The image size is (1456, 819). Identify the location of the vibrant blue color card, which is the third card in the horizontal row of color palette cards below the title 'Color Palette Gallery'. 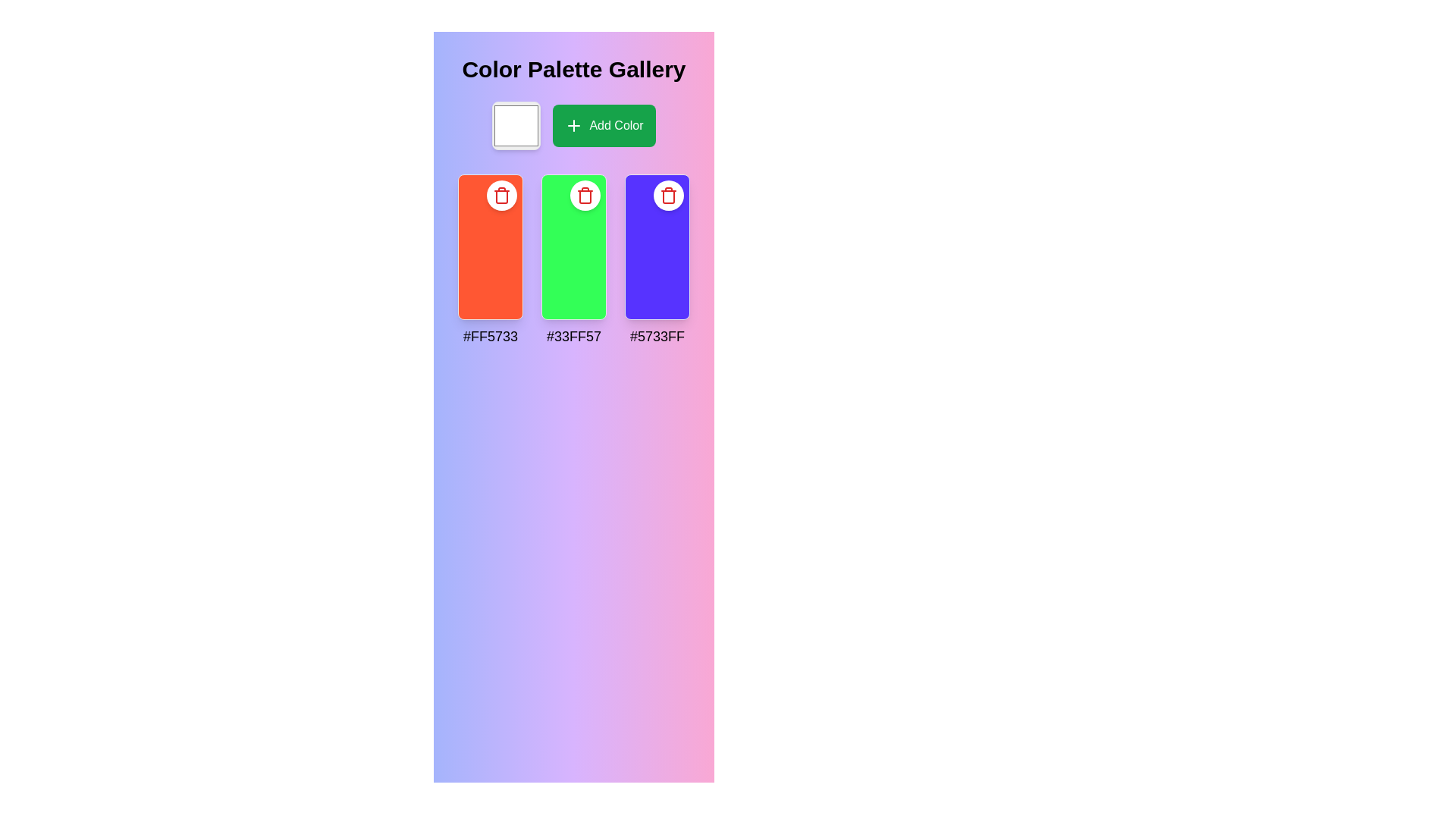
(657, 246).